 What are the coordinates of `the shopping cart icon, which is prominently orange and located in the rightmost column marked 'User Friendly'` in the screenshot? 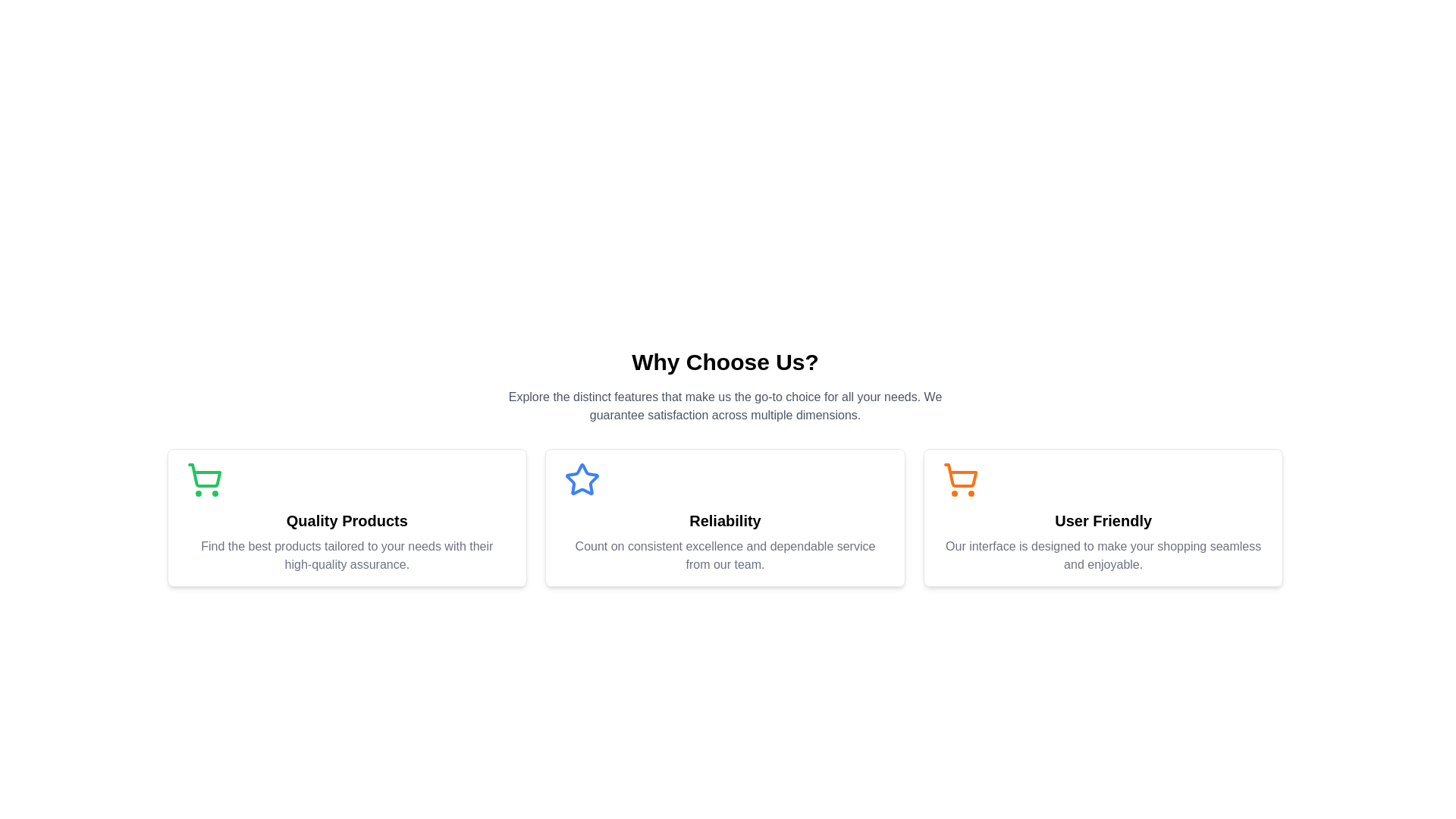 It's located at (959, 479).